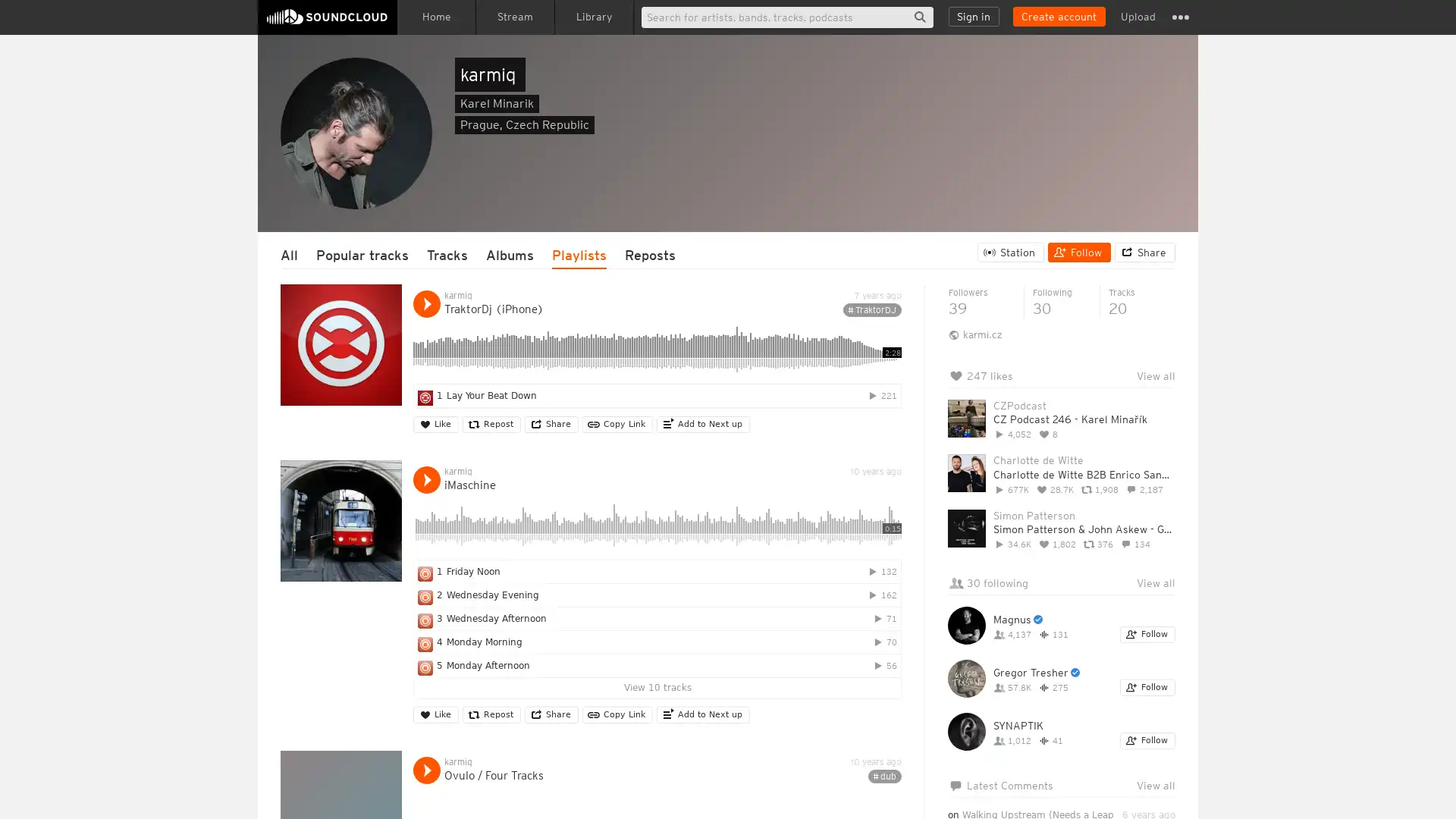 This screenshot has width=1456, height=819. I want to click on Search, so click(919, 17).